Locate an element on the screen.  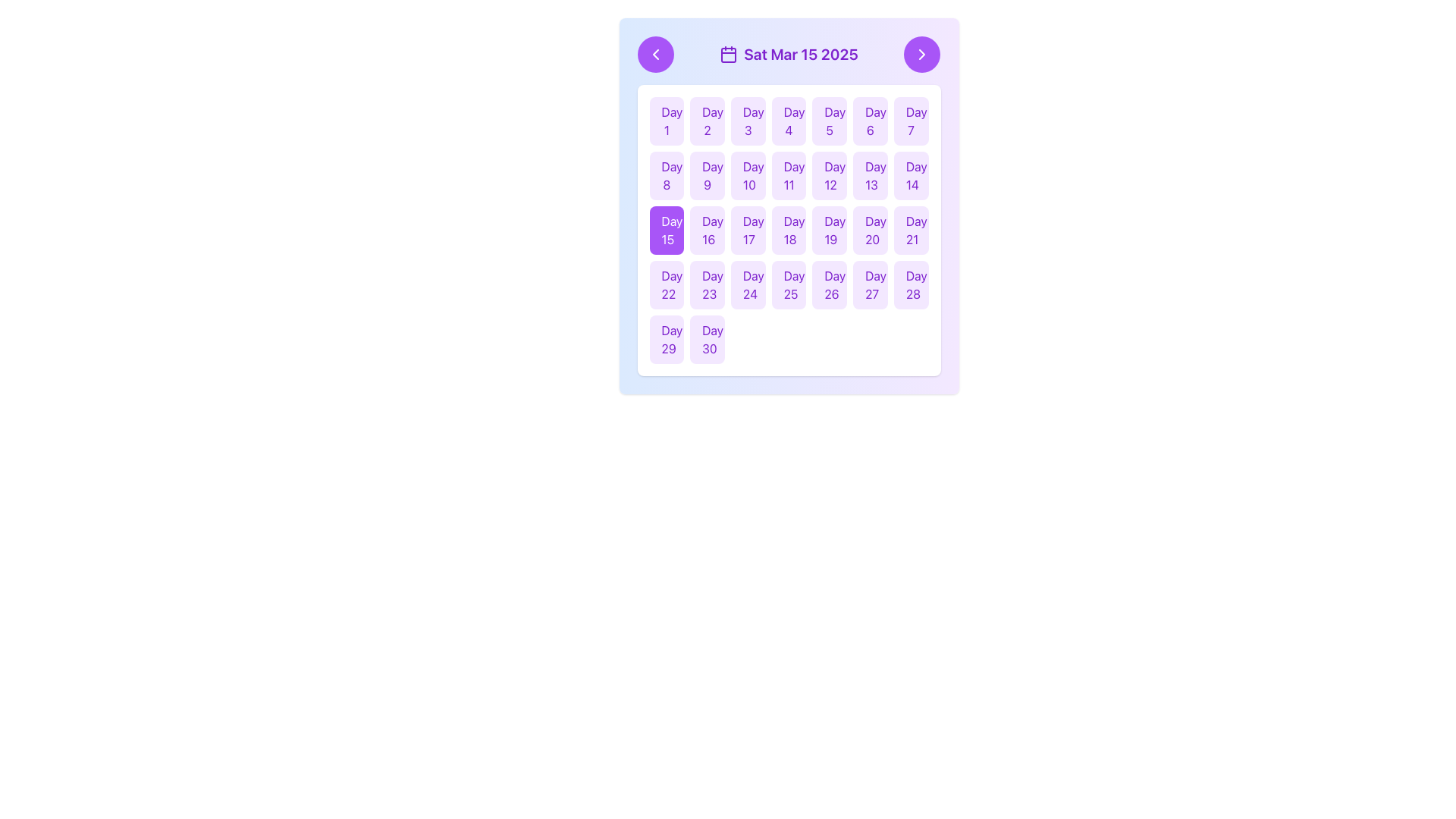
the button representing the selectable day in the calendar interface located in the third row and fourth column, directly below 'Day 11' and above 'Day 25' is located at coordinates (789, 231).